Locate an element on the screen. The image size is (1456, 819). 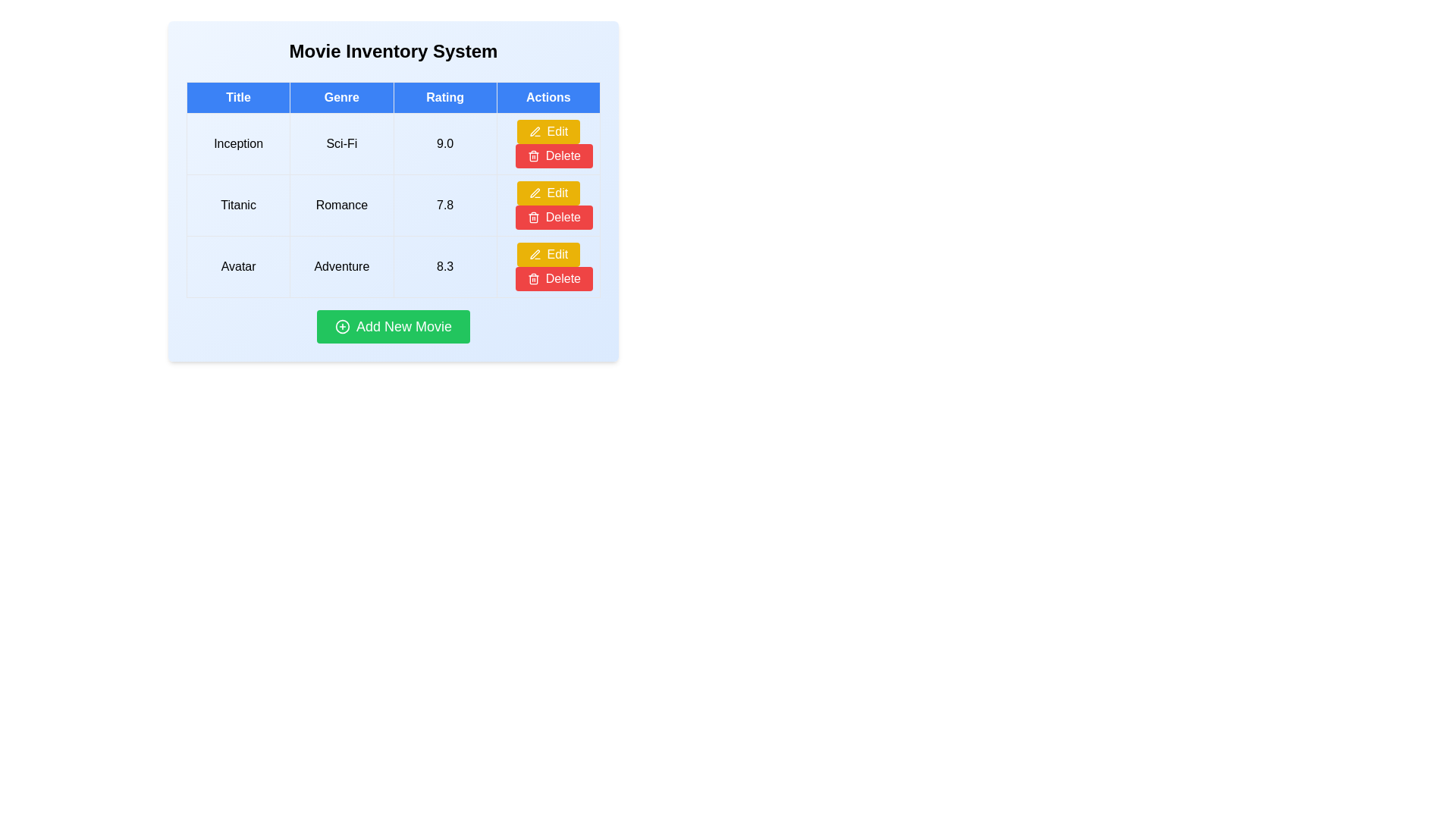
the Text Label representing the genre of the movie 'Avatar', which is located in the second cell of the 'Genre' column is located at coordinates (340, 265).